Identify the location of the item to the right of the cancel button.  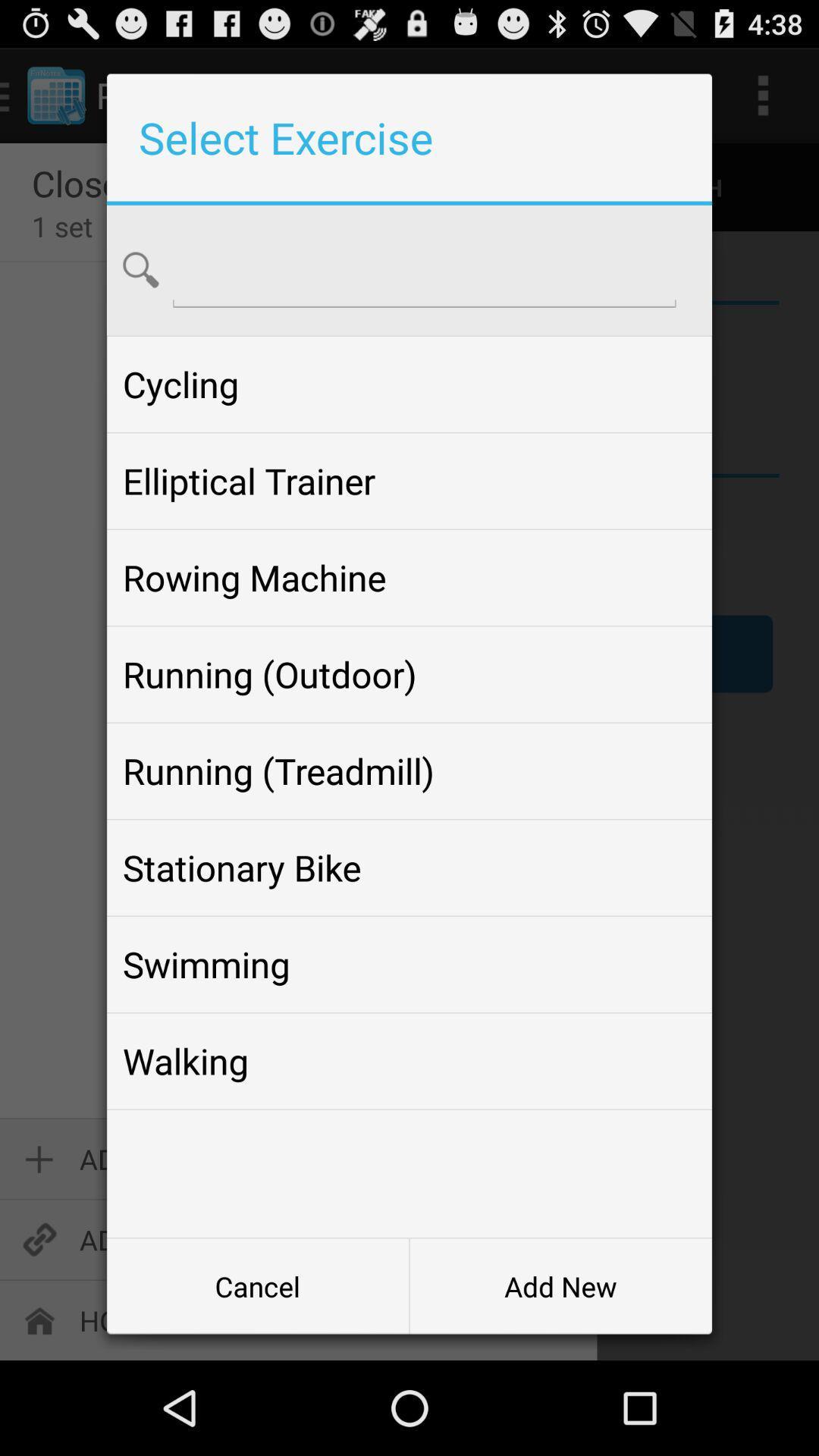
(560, 1285).